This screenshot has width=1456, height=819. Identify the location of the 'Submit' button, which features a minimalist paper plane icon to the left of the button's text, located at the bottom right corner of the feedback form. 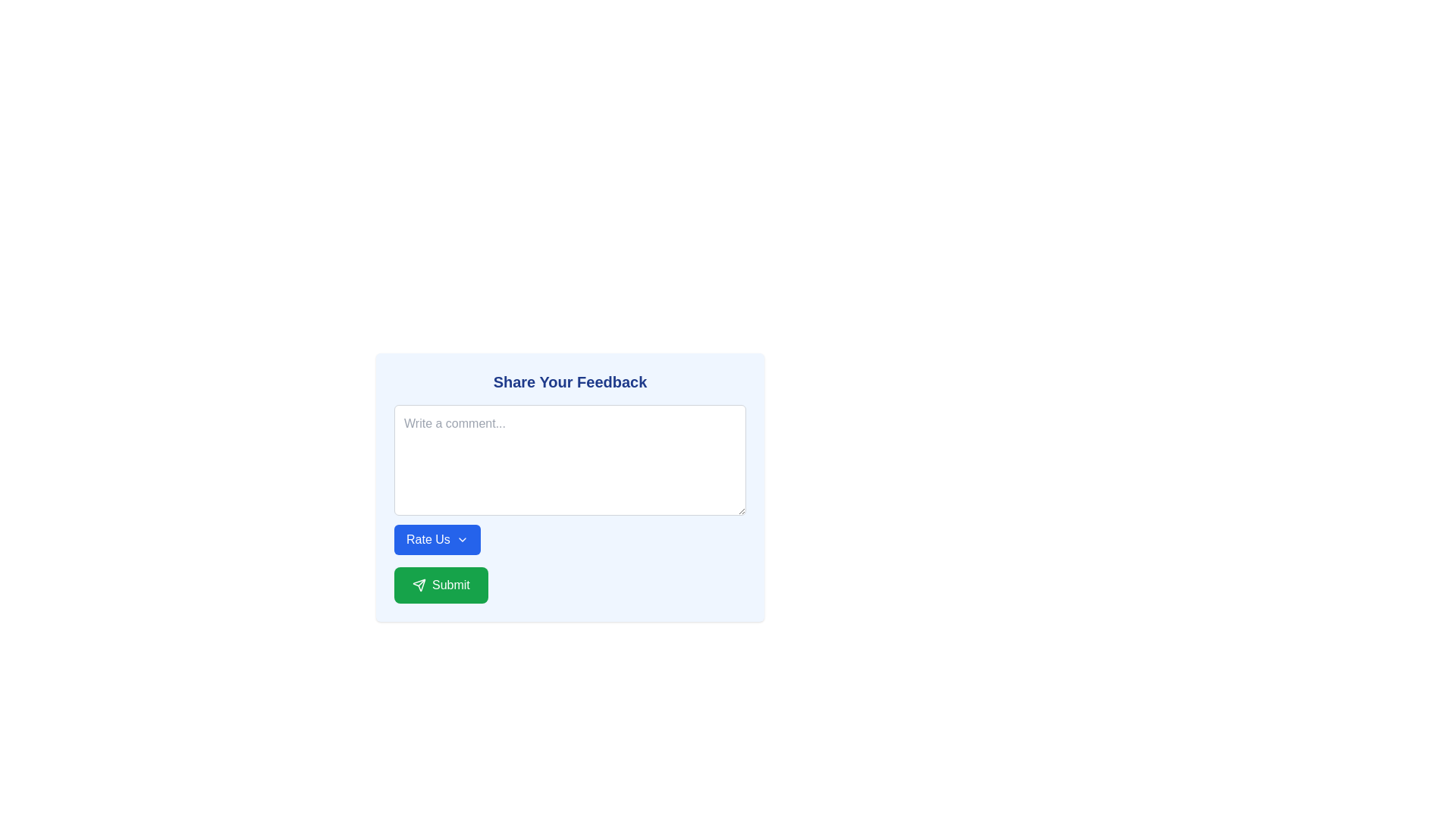
(419, 584).